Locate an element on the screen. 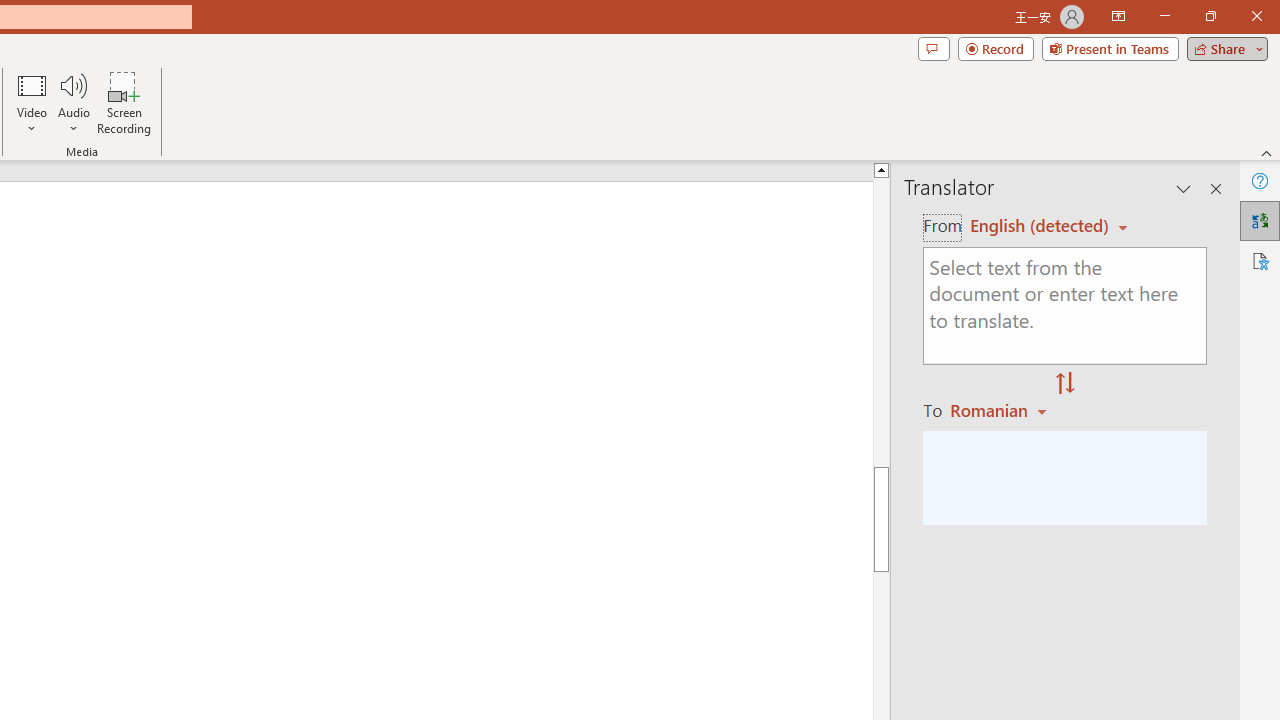 The image size is (1280, 720). 'Czech (detected)' is located at coordinates (1040, 225).